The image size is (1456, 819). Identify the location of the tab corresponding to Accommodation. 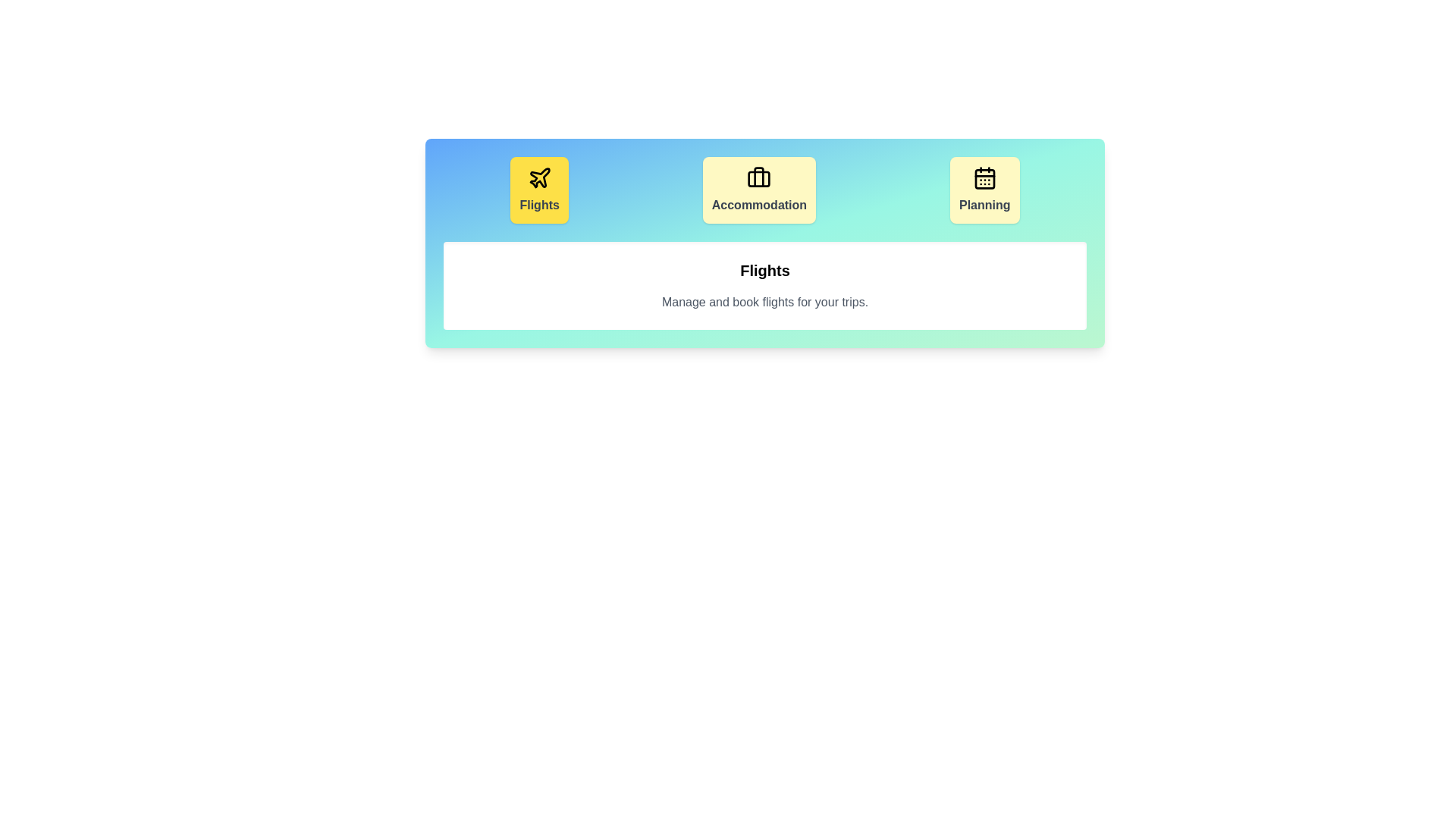
(759, 189).